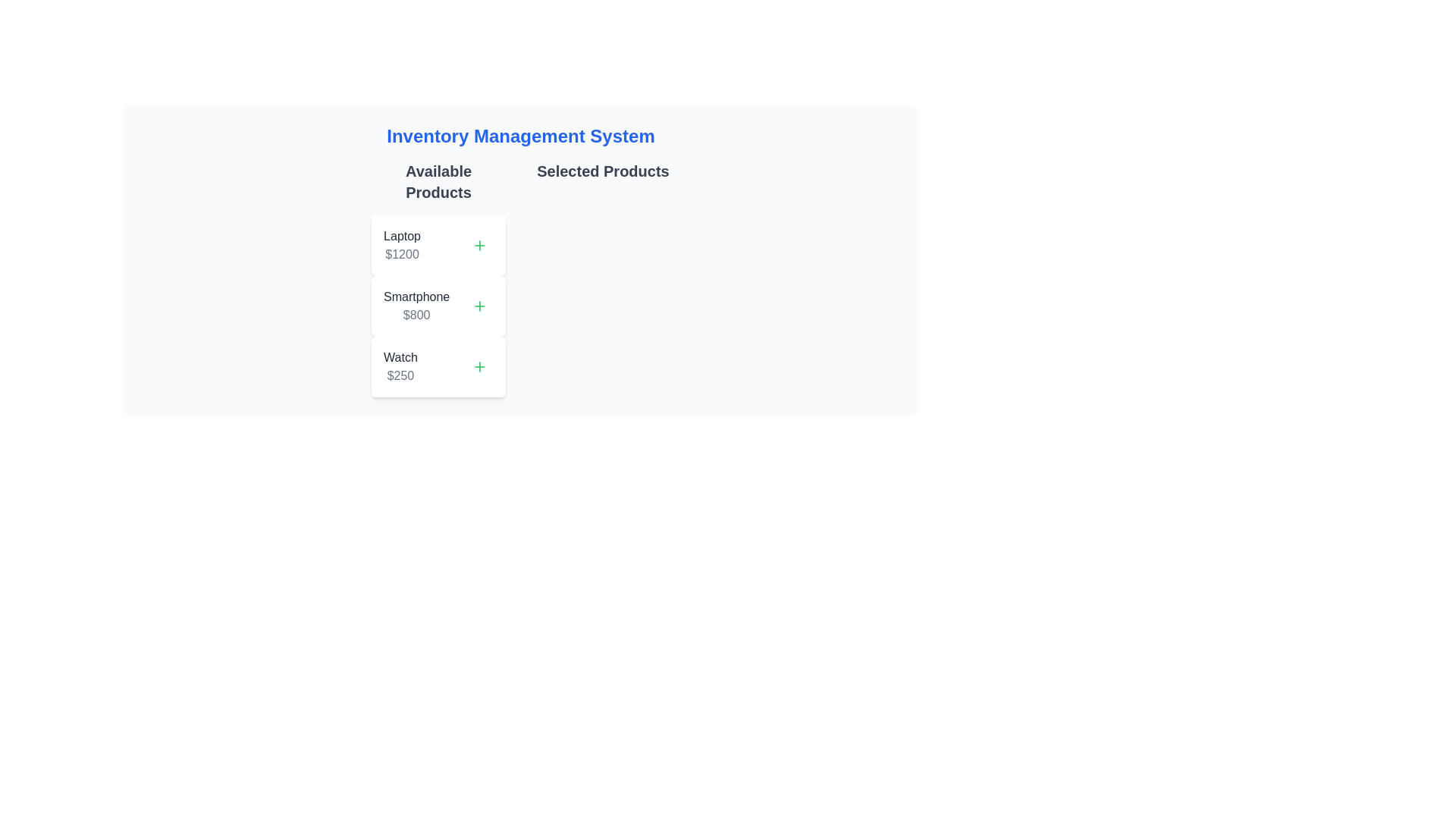  I want to click on the text label displaying '$250' in gray color, located beneath the 'Watch' text in the 'Available Products' section, so click(400, 375).